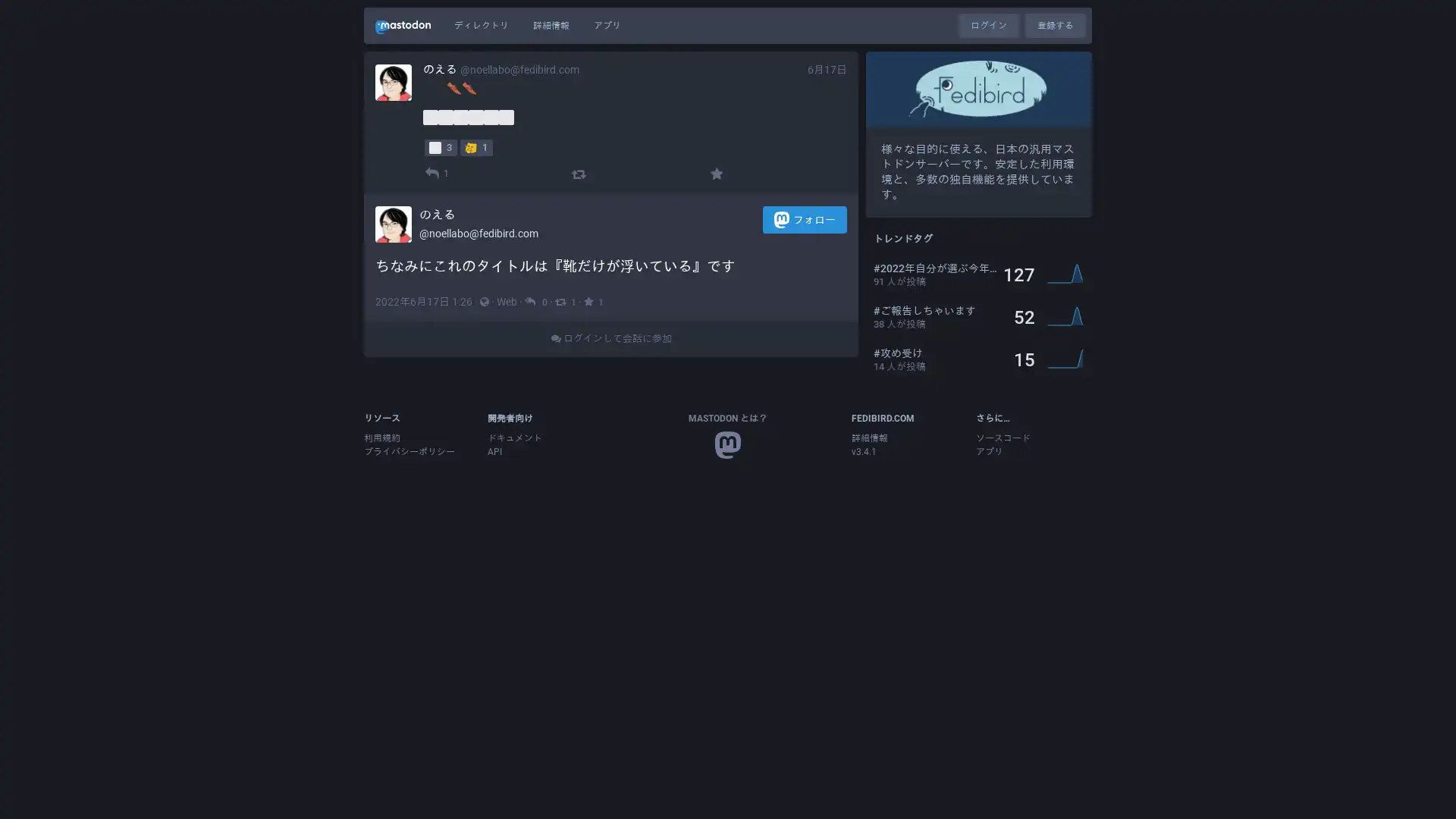 Image resolution: width=1456 pixels, height=819 pixels. What do you see at coordinates (475, 146) in the screenshot?
I see `:blobcatthink 1` at bounding box center [475, 146].